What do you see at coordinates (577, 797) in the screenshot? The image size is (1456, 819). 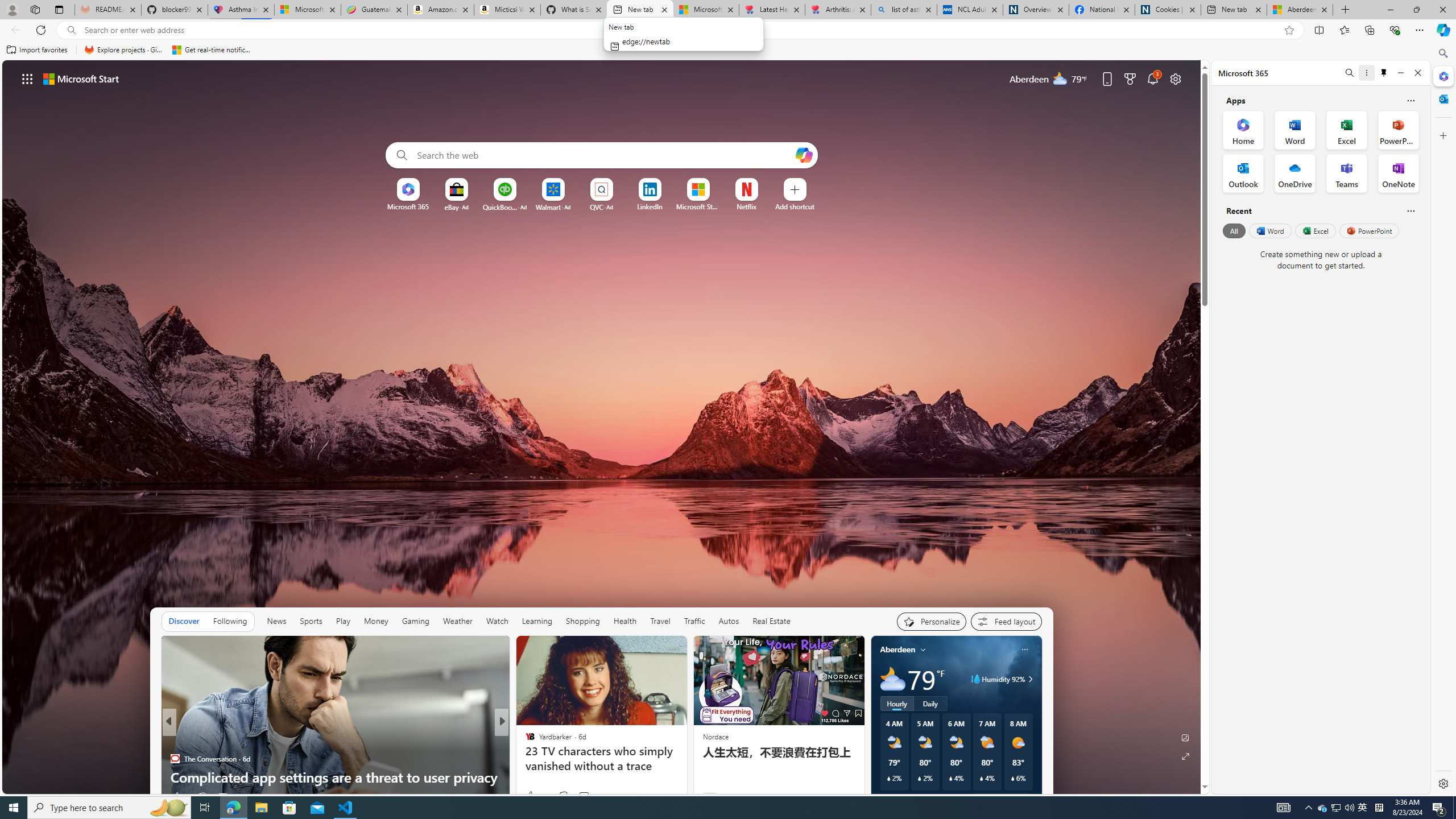 I see `'Start the conversation'` at bounding box center [577, 797].